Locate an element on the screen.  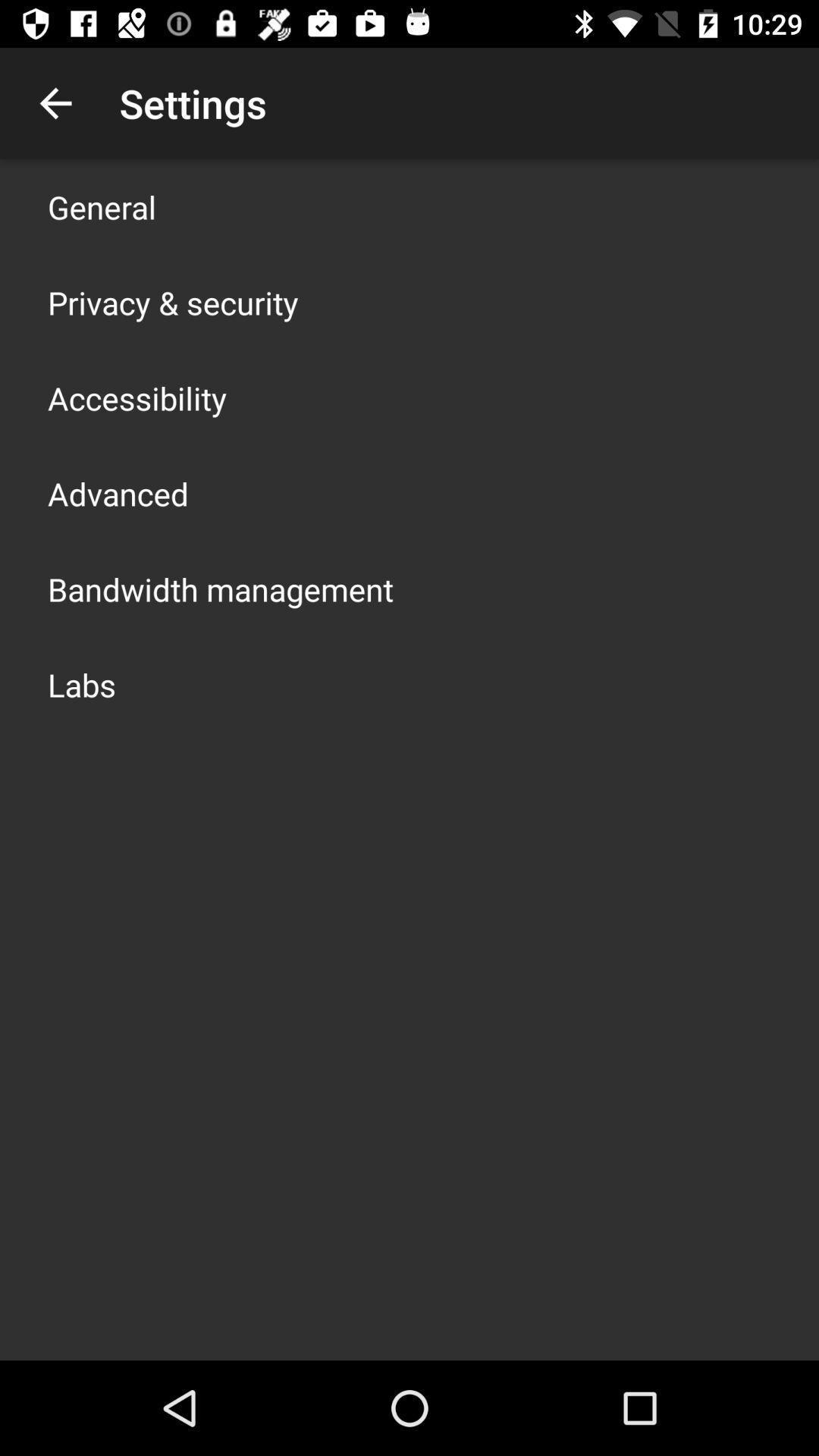
advanced icon is located at coordinates (117, 494).